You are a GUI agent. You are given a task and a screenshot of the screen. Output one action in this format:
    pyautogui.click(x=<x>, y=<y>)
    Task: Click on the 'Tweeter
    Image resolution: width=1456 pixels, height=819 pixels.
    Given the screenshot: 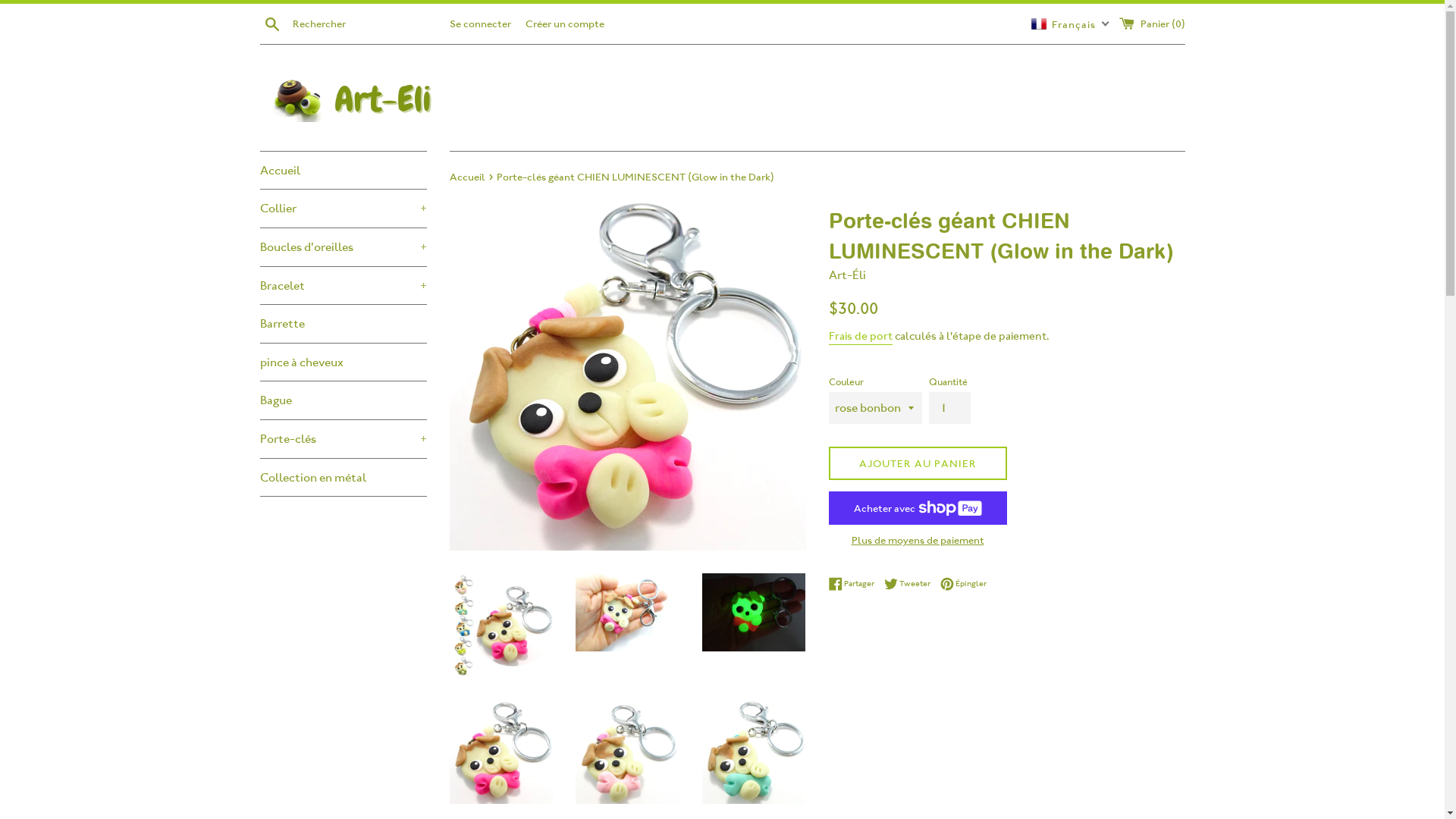 What is the action you would take?
    pyautogui.click(x=910, y=583)
    